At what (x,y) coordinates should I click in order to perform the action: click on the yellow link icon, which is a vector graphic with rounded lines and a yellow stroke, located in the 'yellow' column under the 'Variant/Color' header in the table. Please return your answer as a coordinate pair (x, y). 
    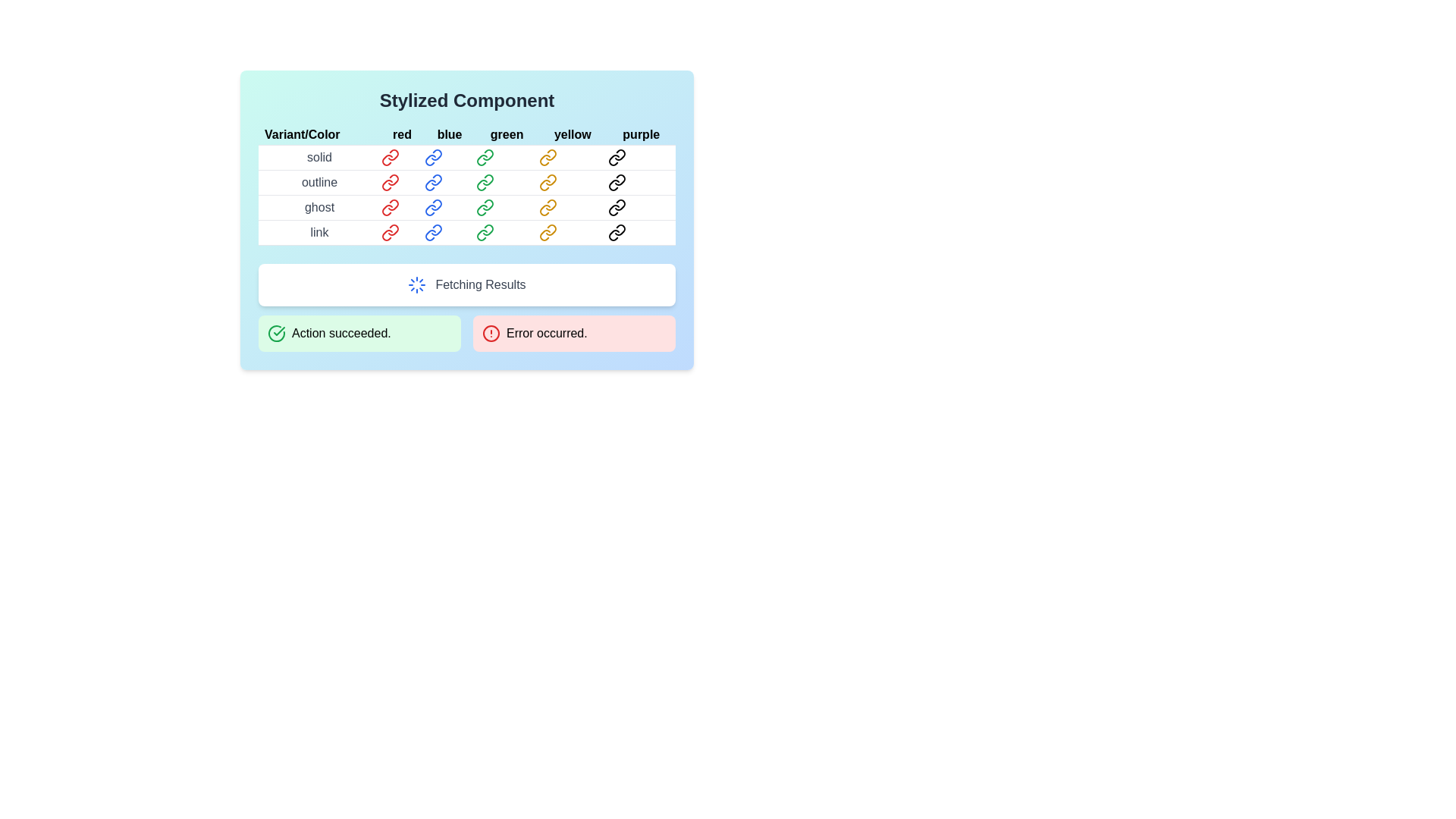
    Looking at the image, I should click on (551, 230).